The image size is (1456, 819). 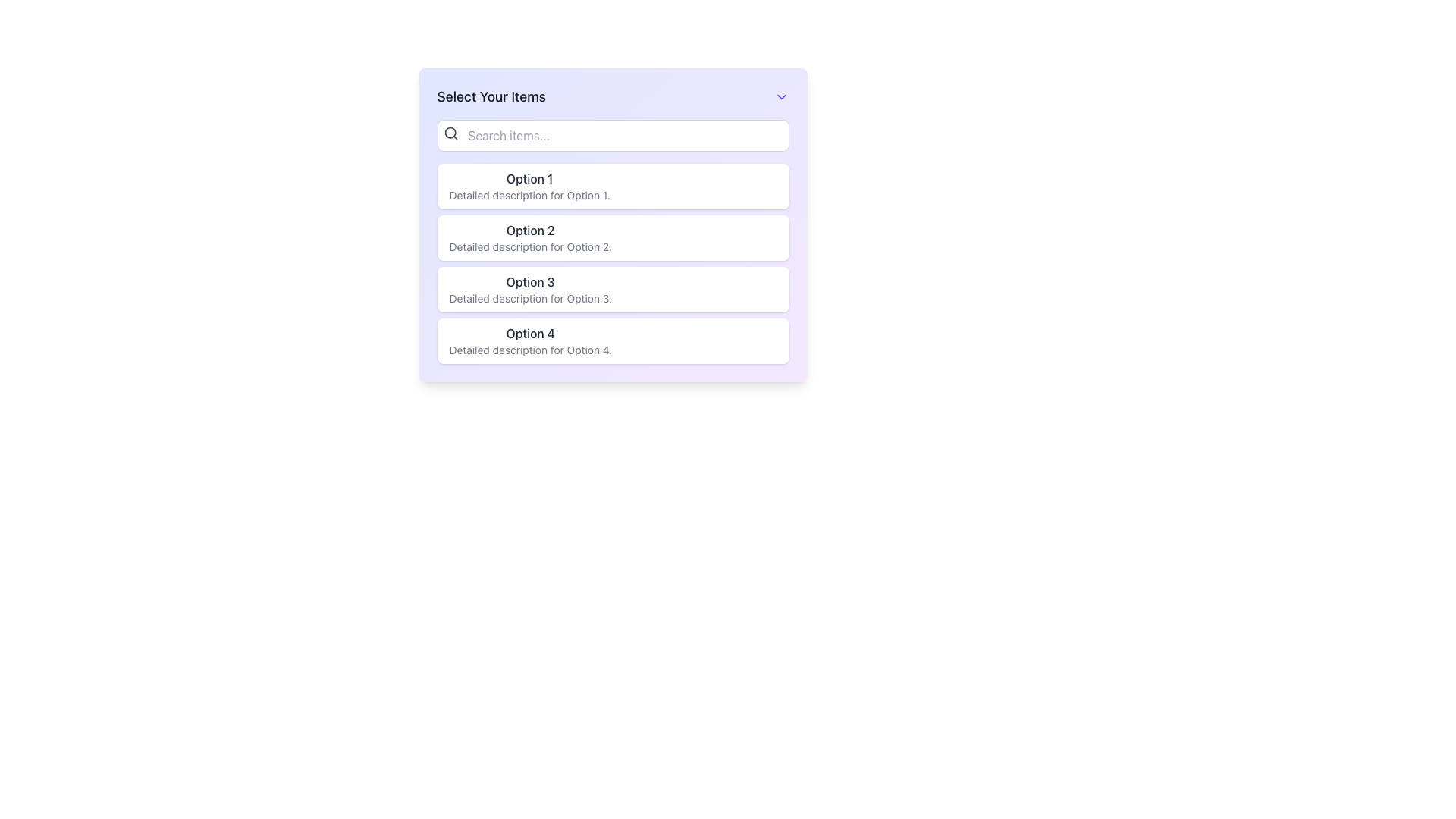 I want to click on the text label that identifies the third selectable option in the list under 'Select Your Items.' This text label is non-interactive and serves to distinguish this entry, so click(x=530, y=281).